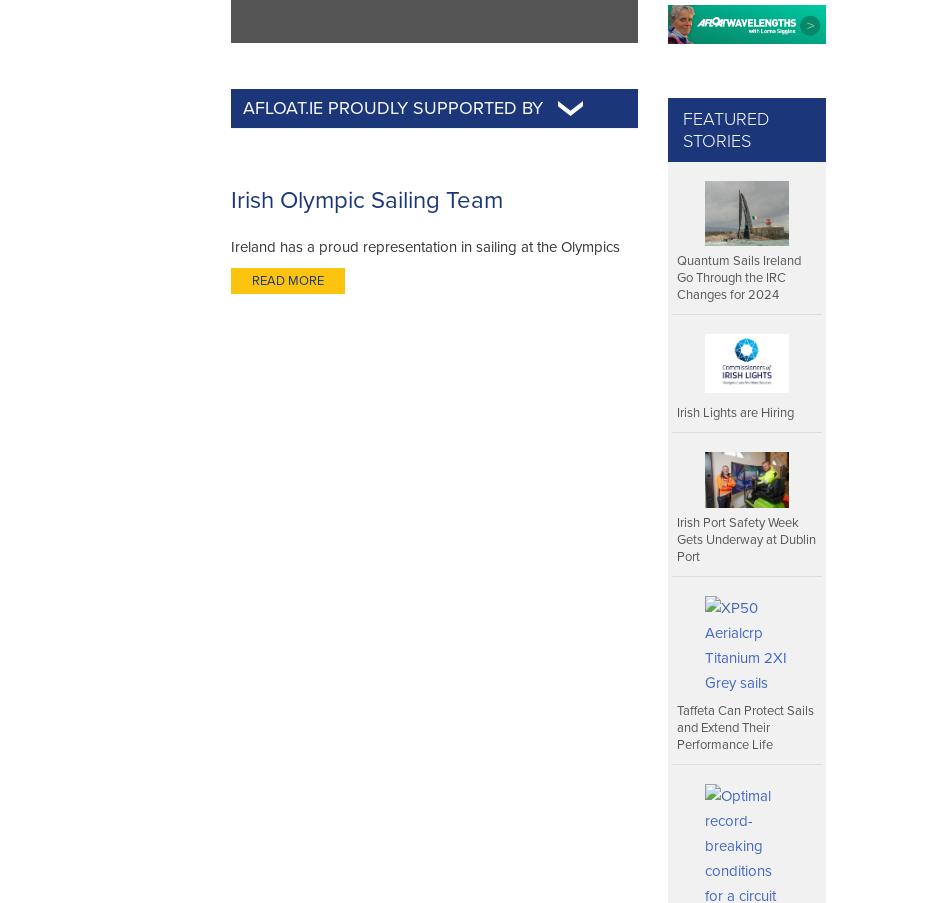  What do you see at coordinates (746, 538) in the screenshot?
I see `'Irish Port Safety Week Gets Underway at Dublin Port'` at bounding box center [746, 538].